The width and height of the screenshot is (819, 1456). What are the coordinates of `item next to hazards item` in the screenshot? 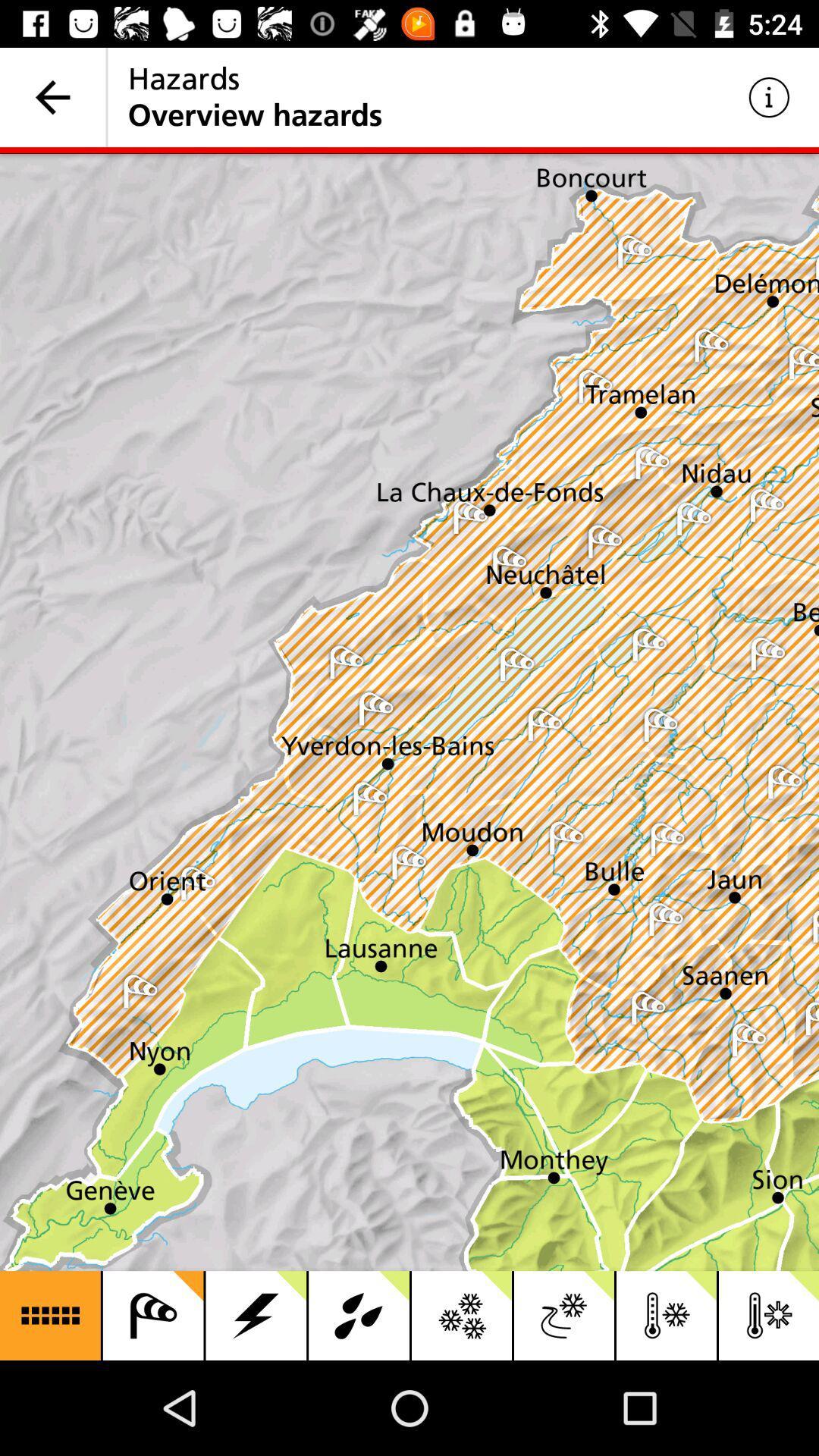 It's located at (52, 96).